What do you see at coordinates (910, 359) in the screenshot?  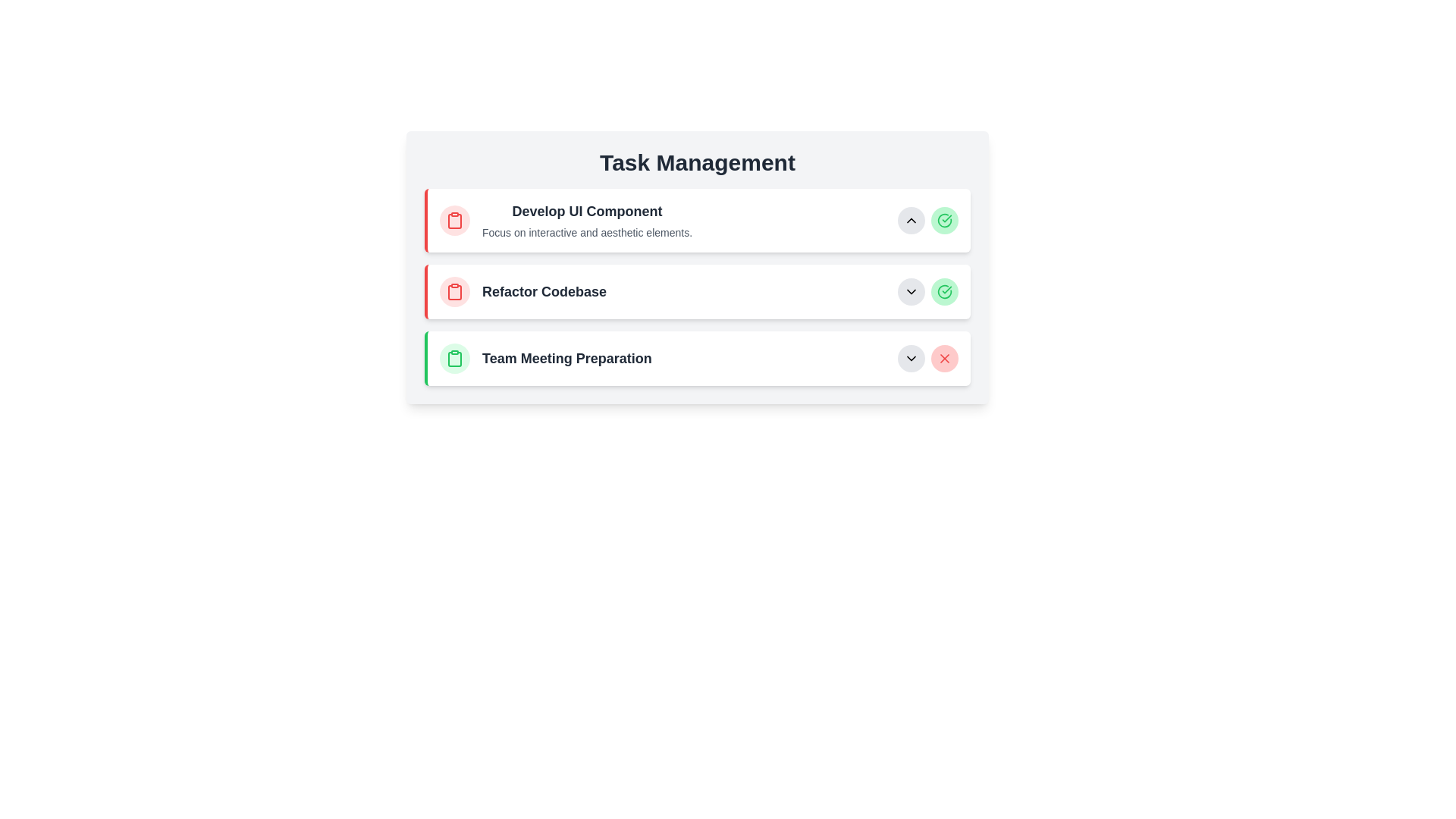 I see `the dropdown toggle button located at the bottom-right corner of the row for the 'Team Meeting Preparation' task` at bounding box center [910, 359].